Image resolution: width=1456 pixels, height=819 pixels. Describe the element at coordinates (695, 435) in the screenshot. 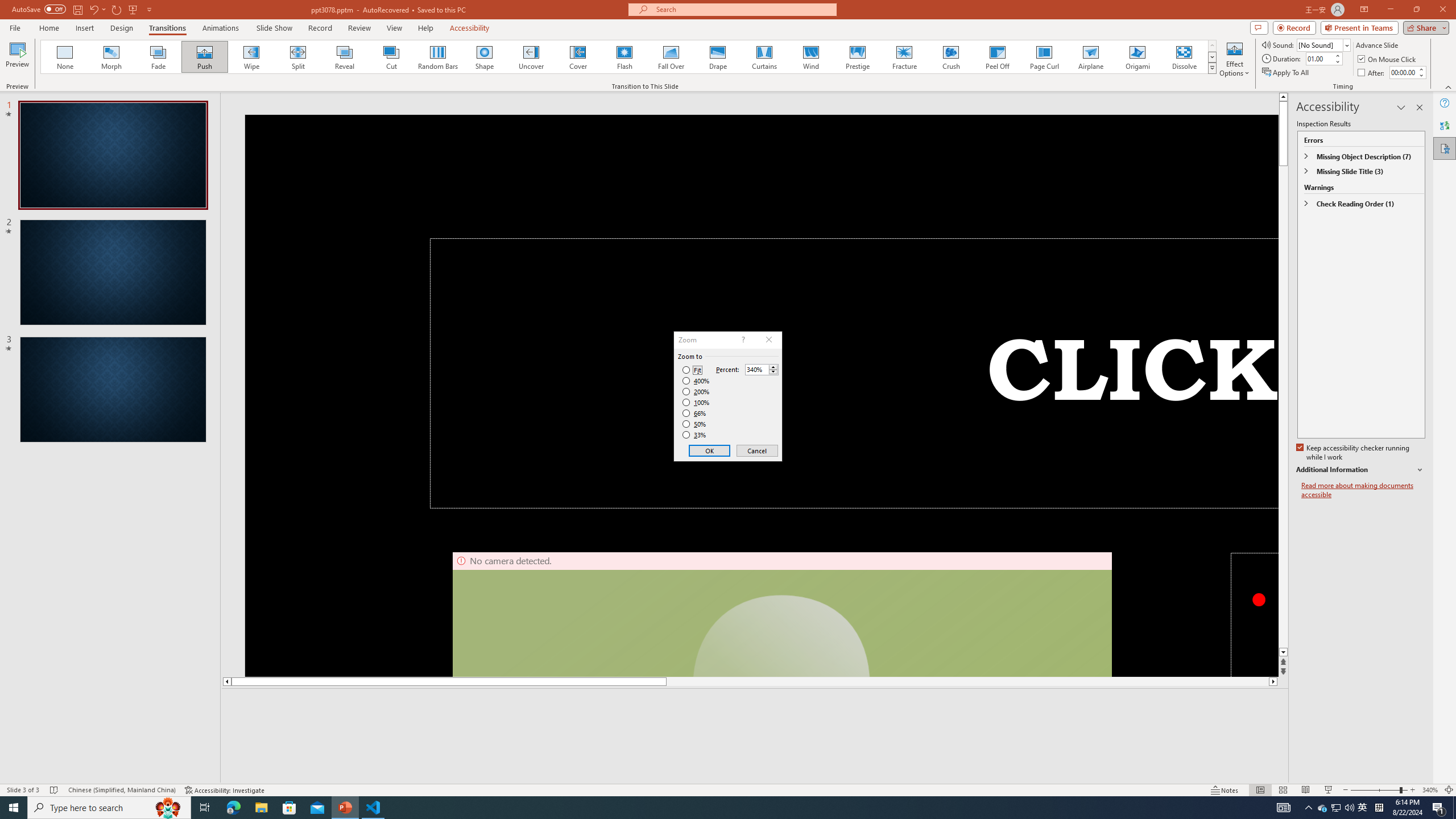

I see `'33%'` at that location.